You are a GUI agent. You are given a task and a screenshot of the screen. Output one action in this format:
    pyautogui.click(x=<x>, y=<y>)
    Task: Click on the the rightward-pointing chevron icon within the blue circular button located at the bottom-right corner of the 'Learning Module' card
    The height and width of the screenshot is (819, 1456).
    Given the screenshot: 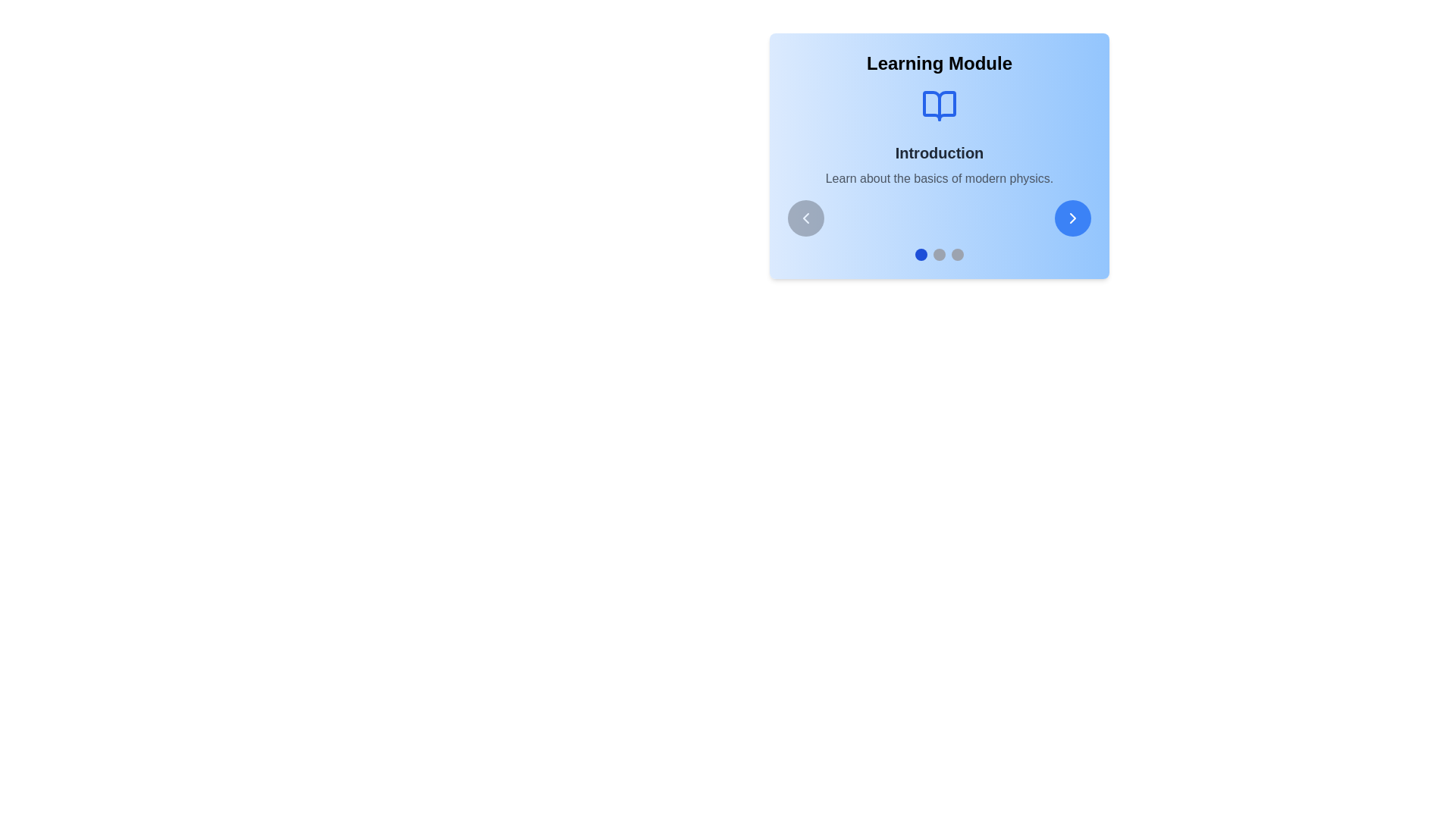 What is the action you would take?
    pyautogui.click(x=1072, y=218)
    